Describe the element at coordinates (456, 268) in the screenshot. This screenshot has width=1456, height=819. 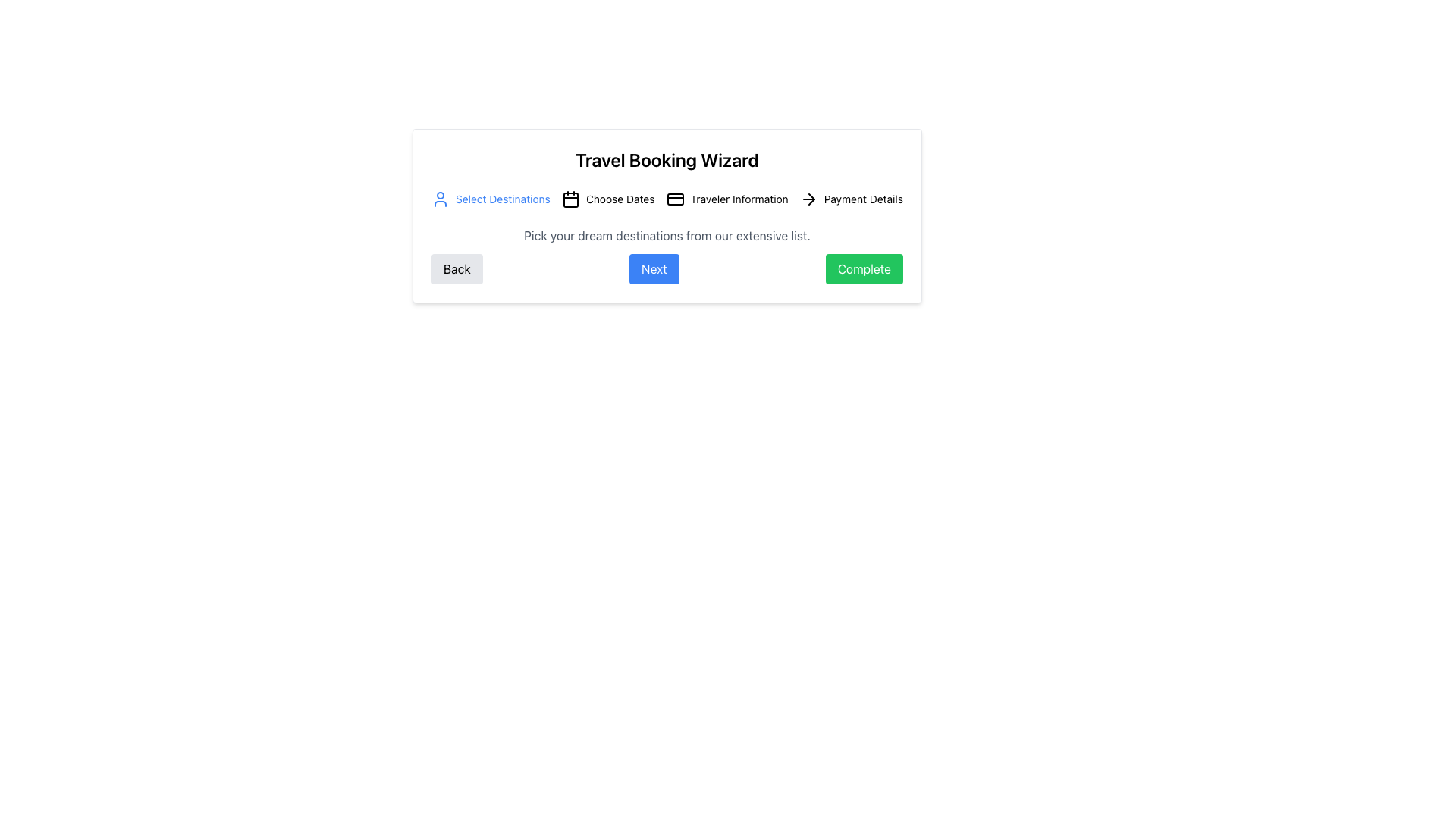
I see `the 'Back' button in the horizontal navigation bar below the 'Travel Booking Wizard' title` at that location.